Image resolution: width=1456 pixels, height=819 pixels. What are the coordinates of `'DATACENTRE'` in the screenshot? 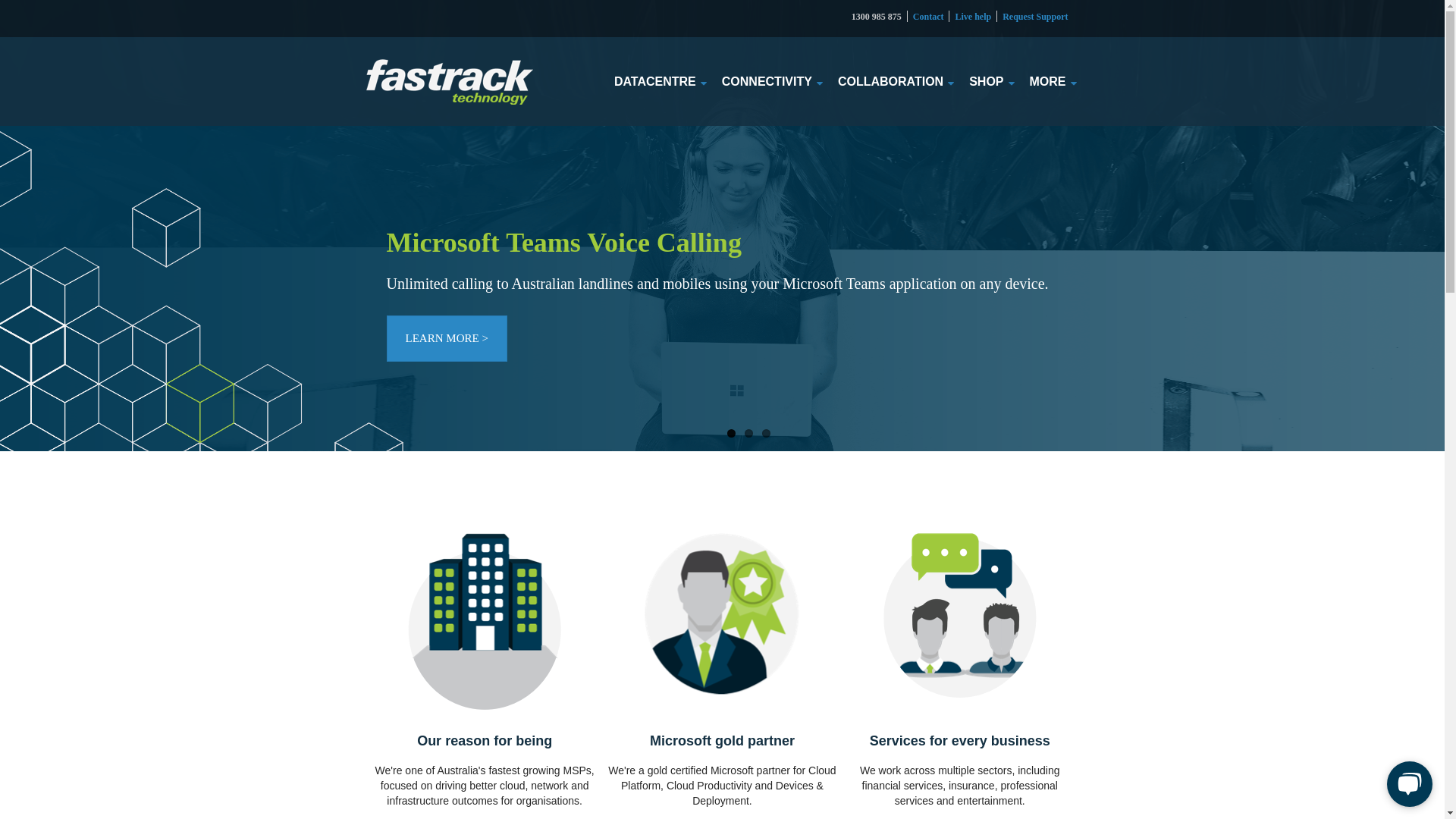 It's located at (655, 81).